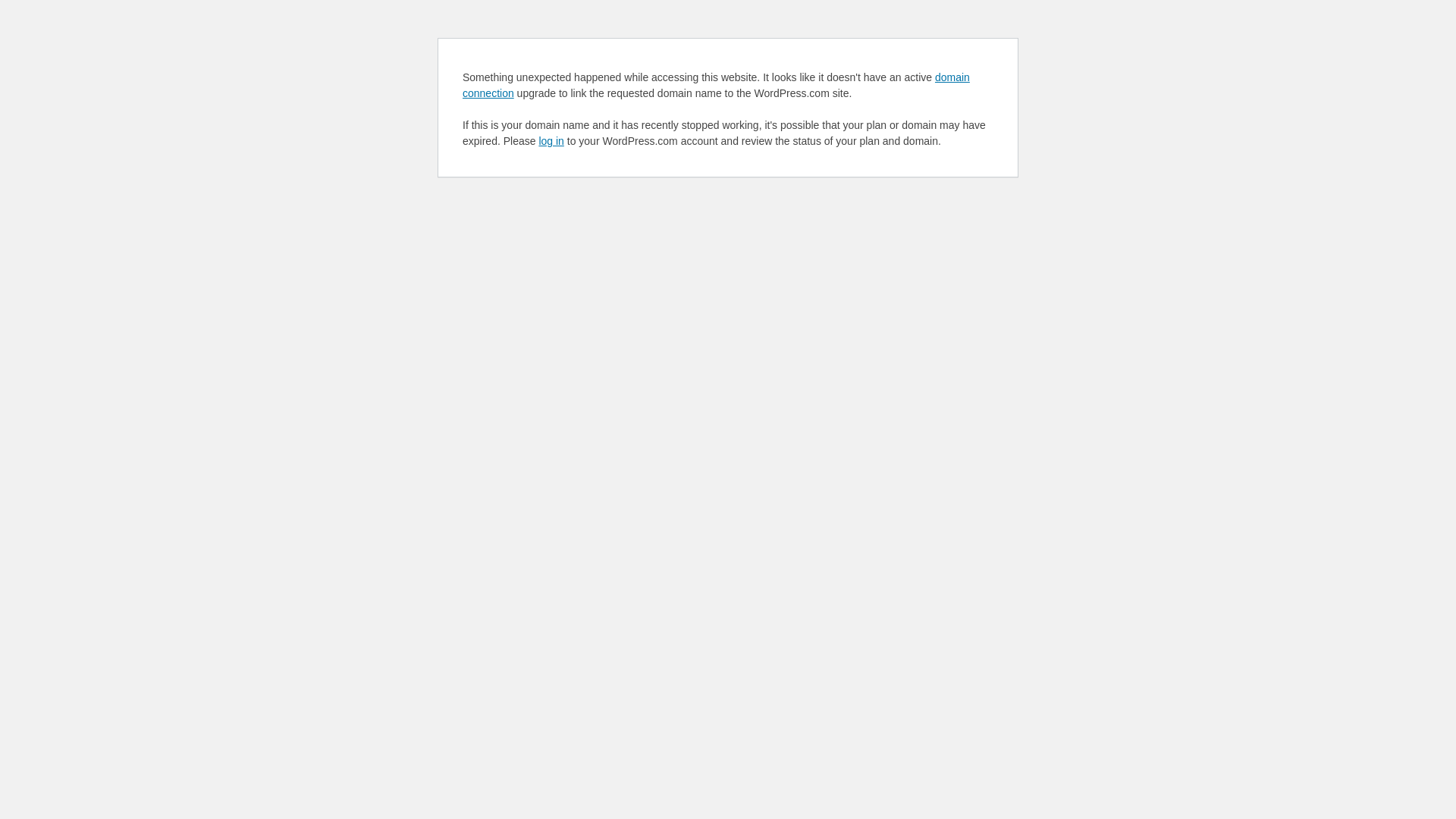 The image size is (1456, 819). I want to click on 'log in', so click(550, 140).